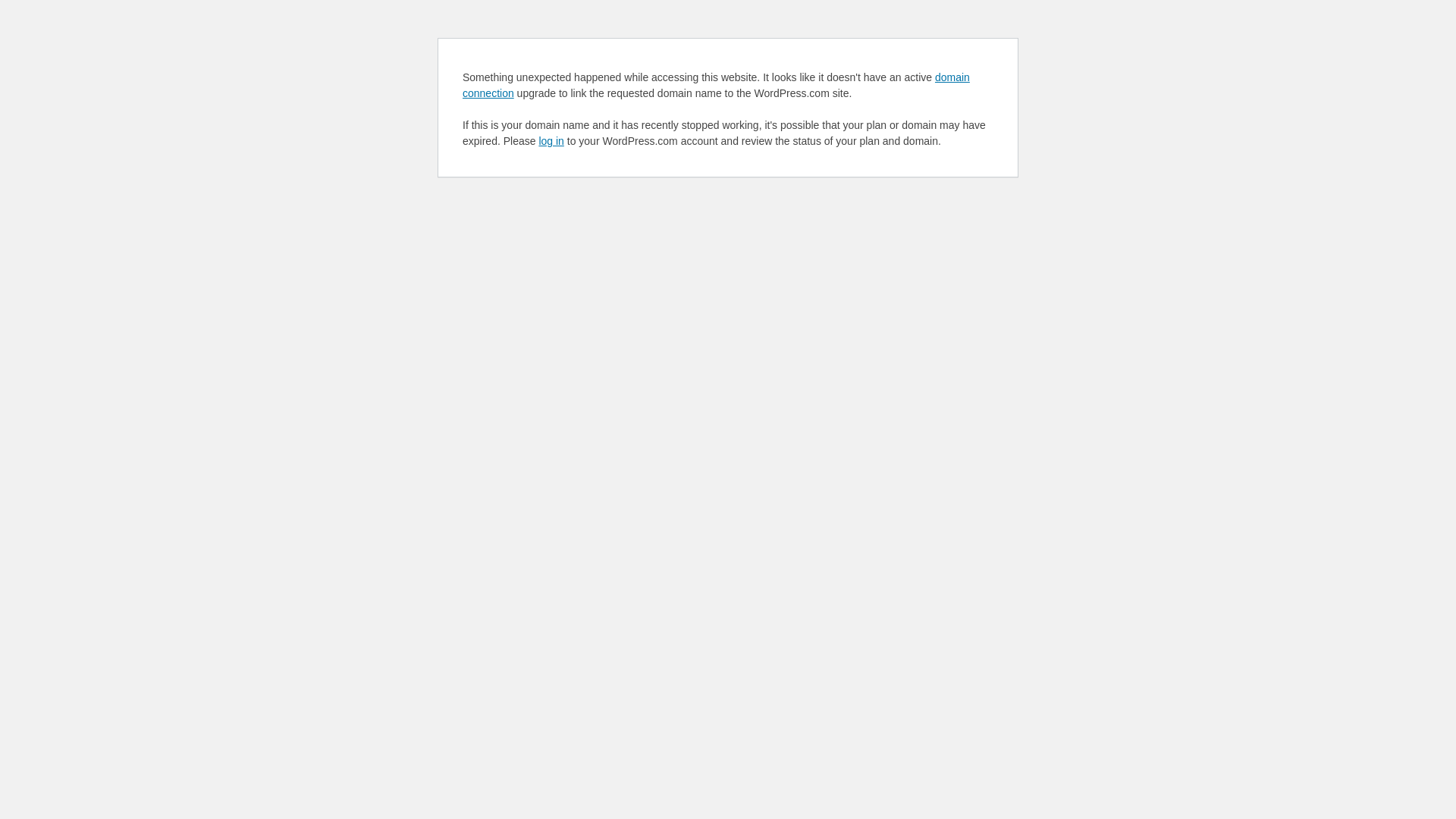 The image size is (1456, 819). I want to click on 'log in', so click(550, 140).